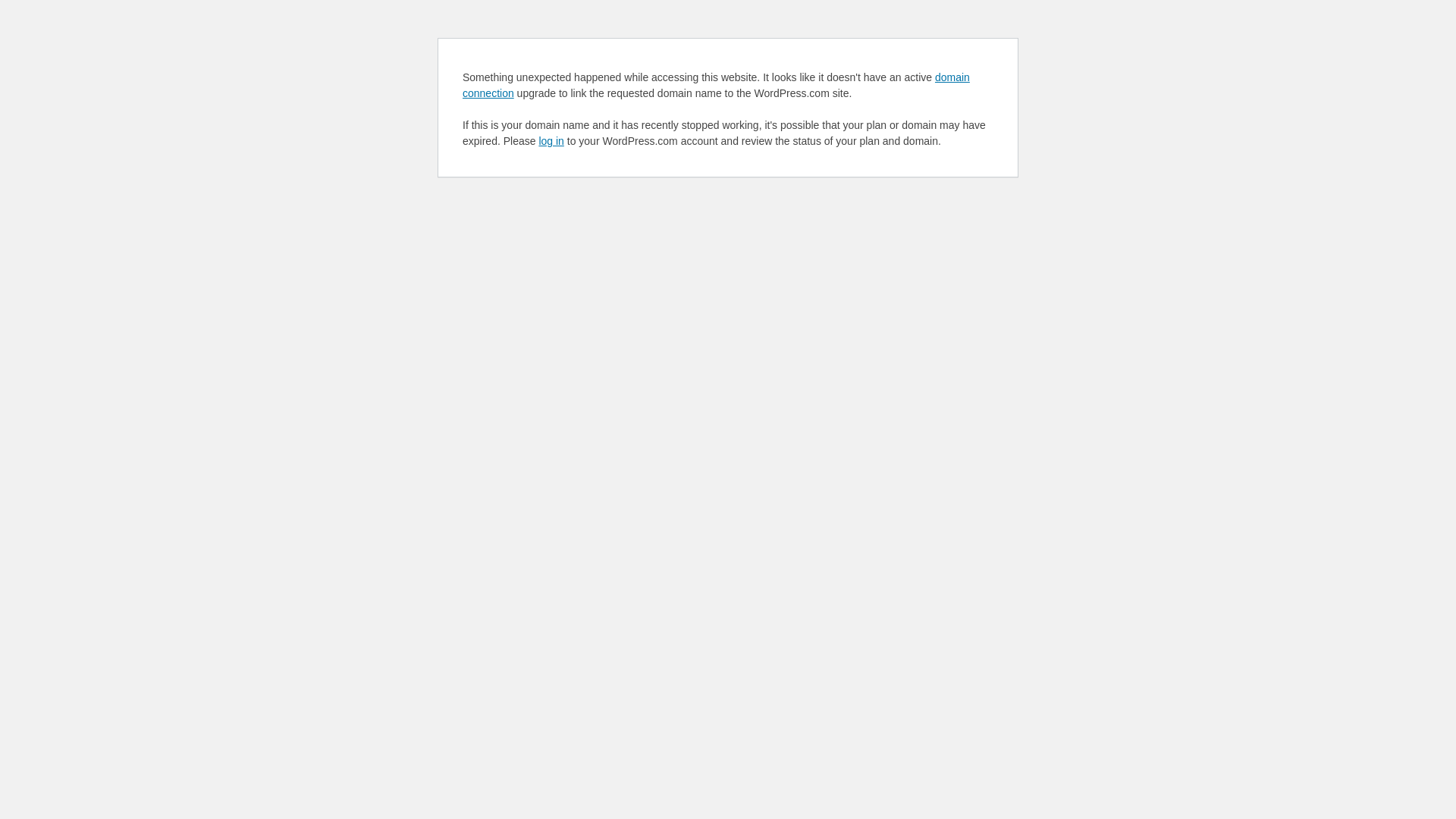 The image size is (1456, 819). I want to click on 'log in', so click(550, 140).